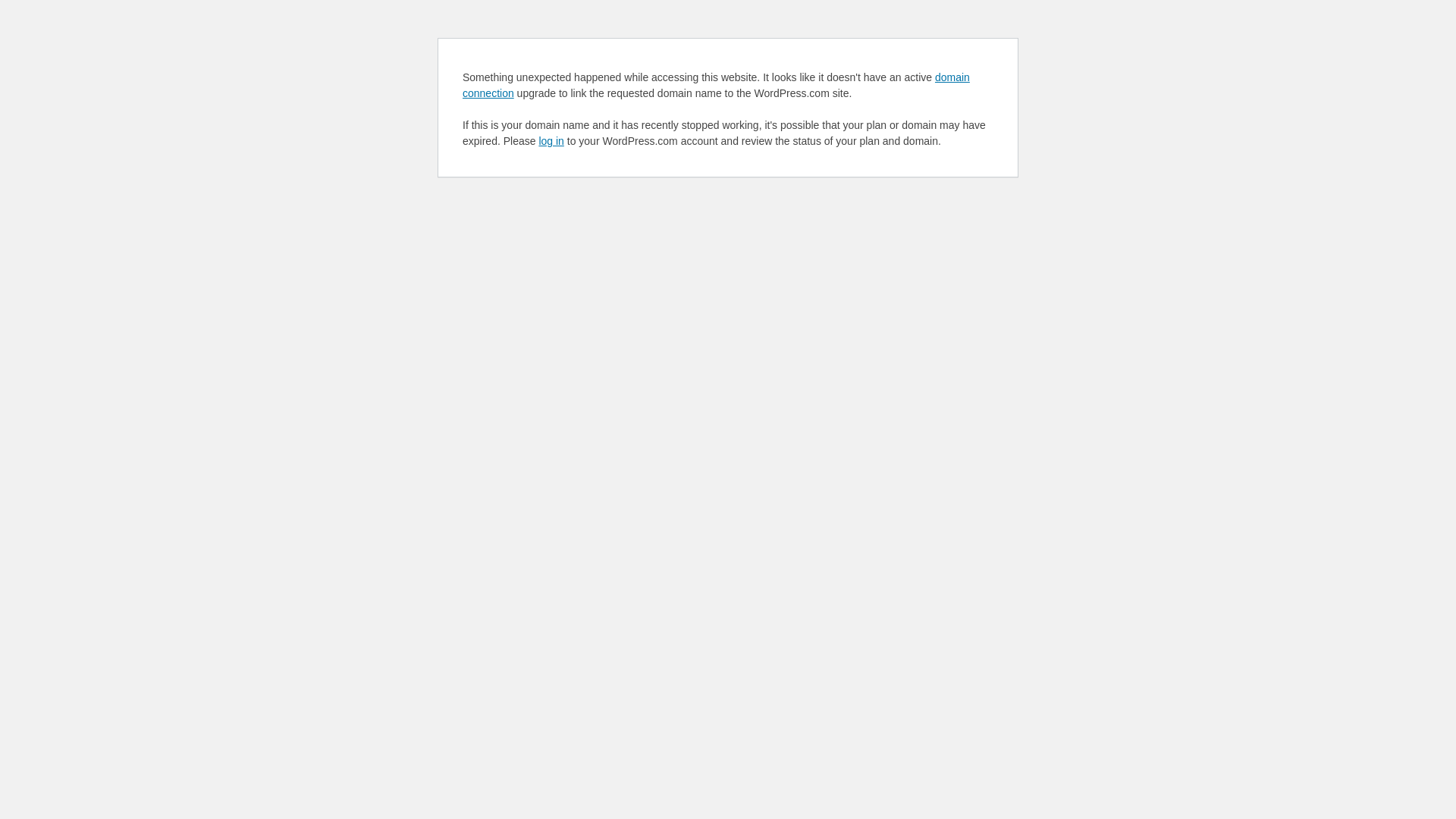 The image size is (1456, 819). I want to click on 'log in', so click(550, 140).